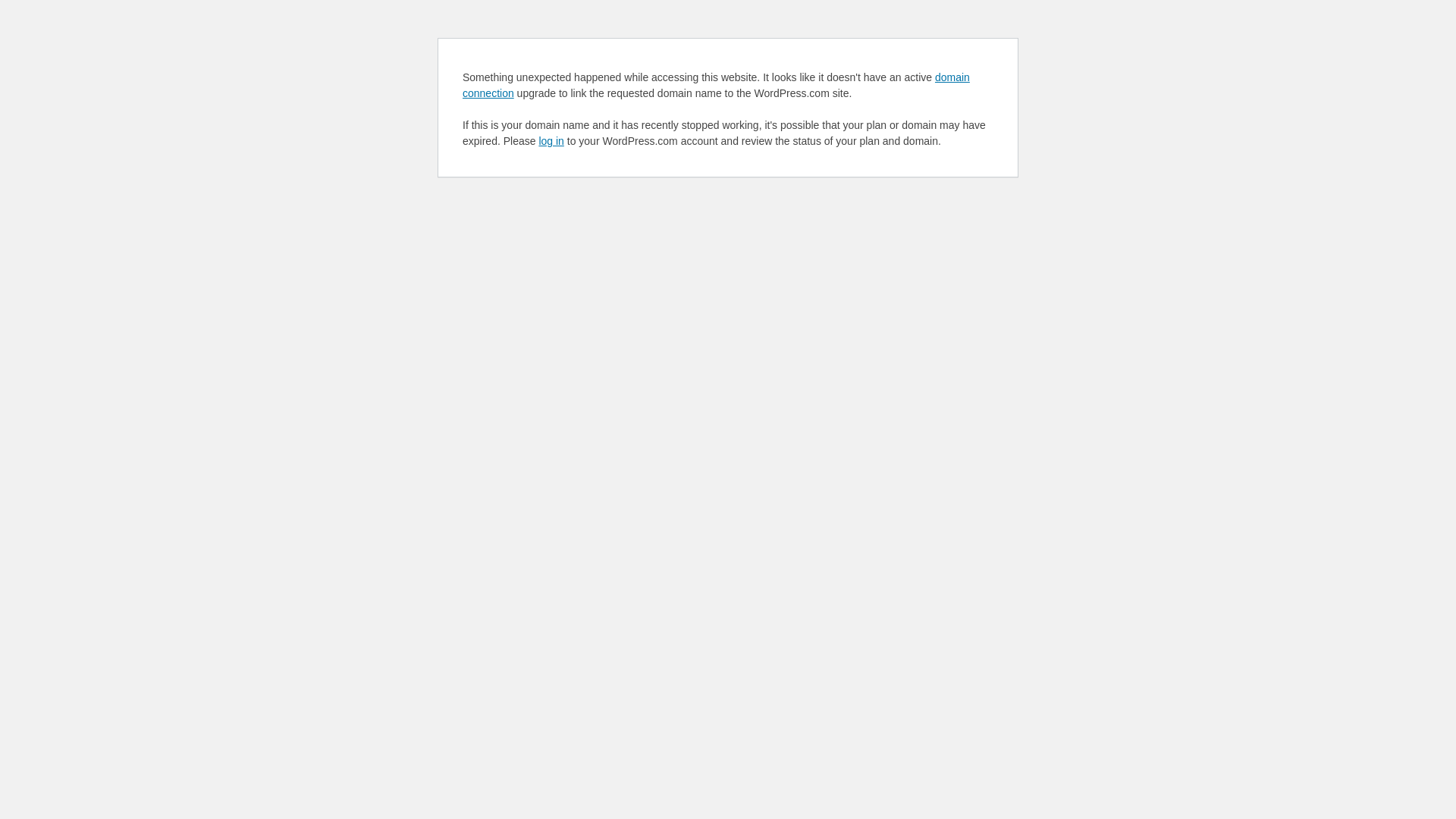 The image size is (1456, 819). I want to click on 'log in', so click(550, 140).